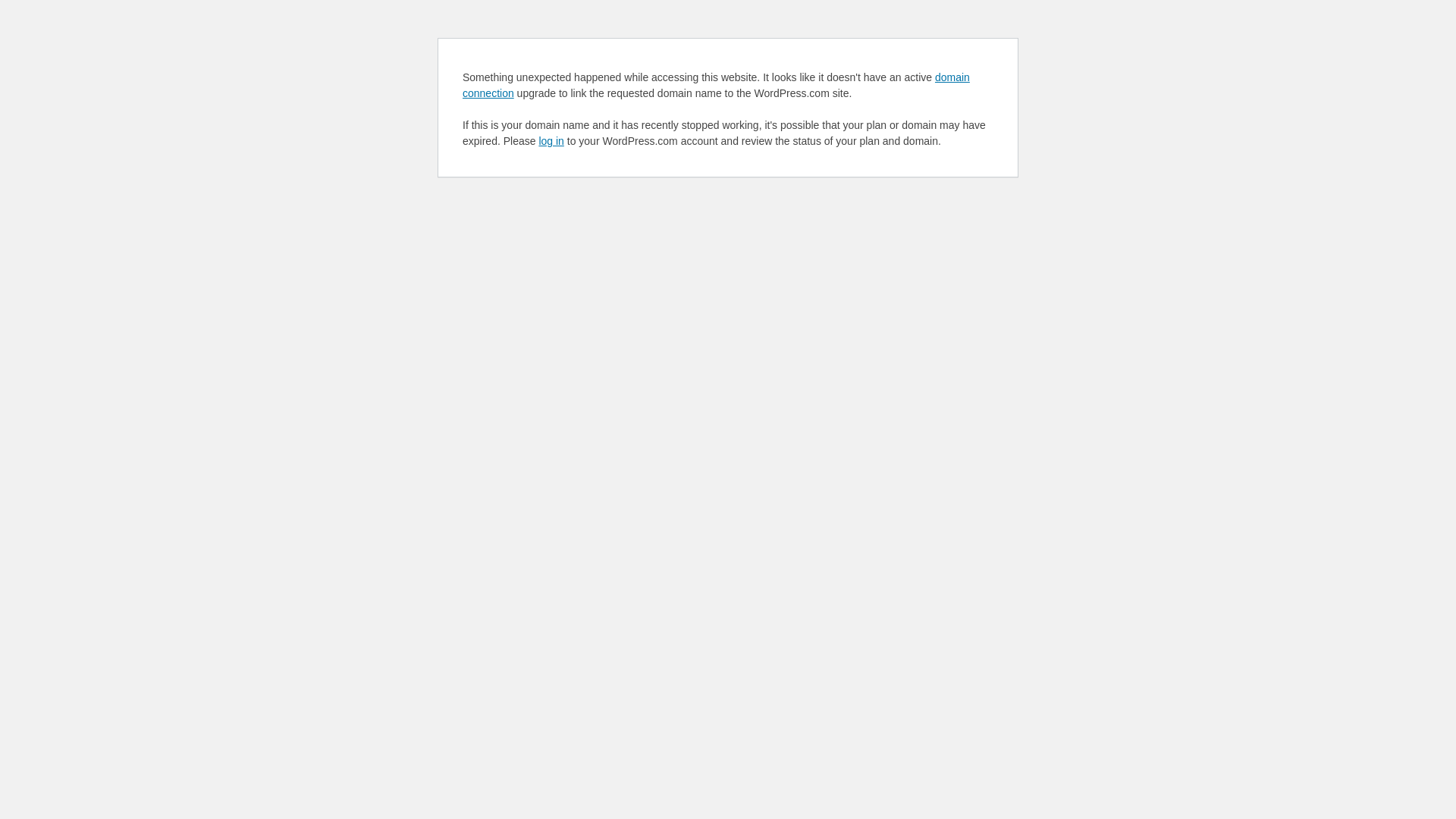 The image size is (1456, 819). I want to click on 'log in', so click(550, 140).